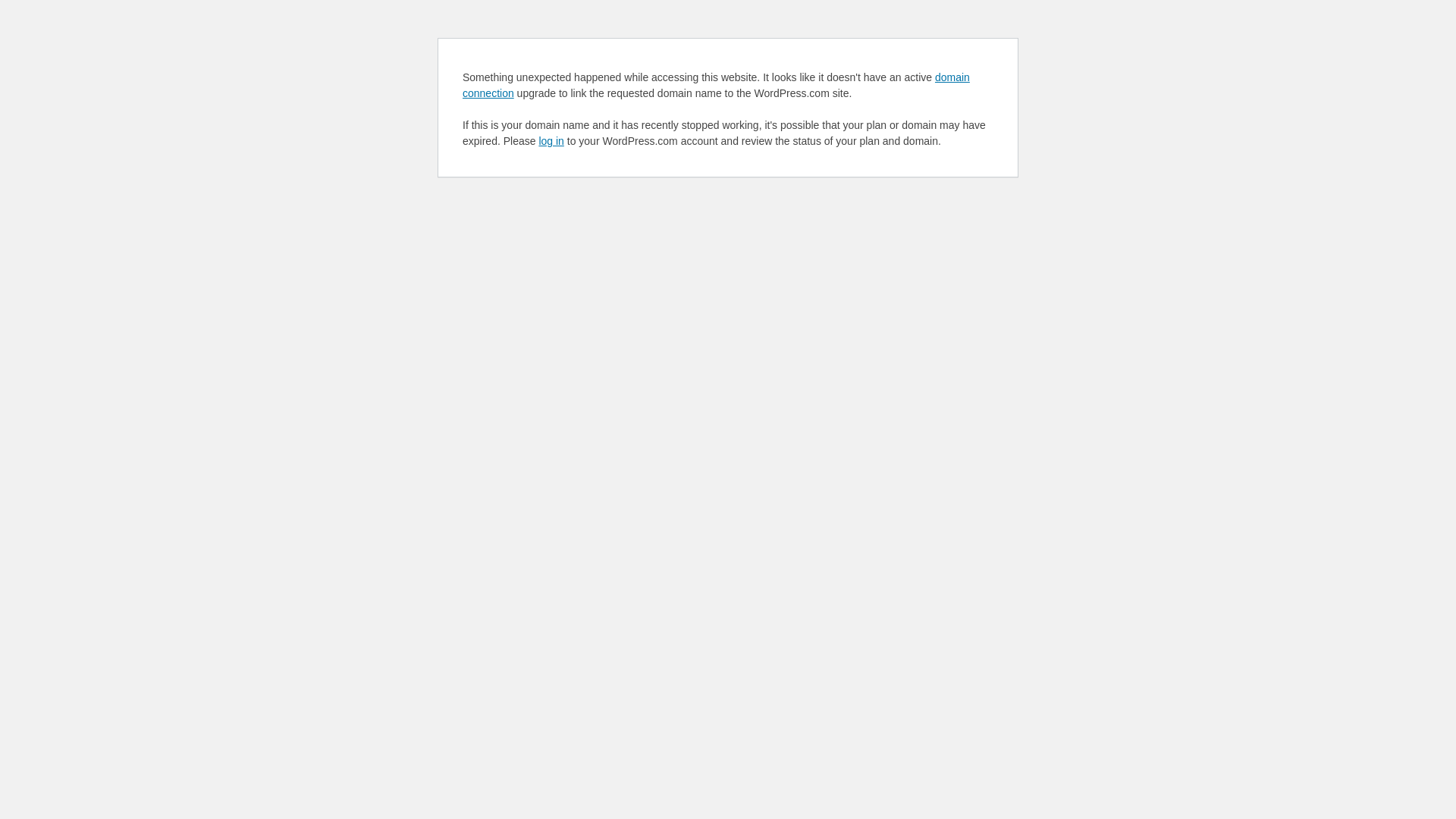 The image size is (1456, 819). I want to click on 'log in', so click(550, 140).